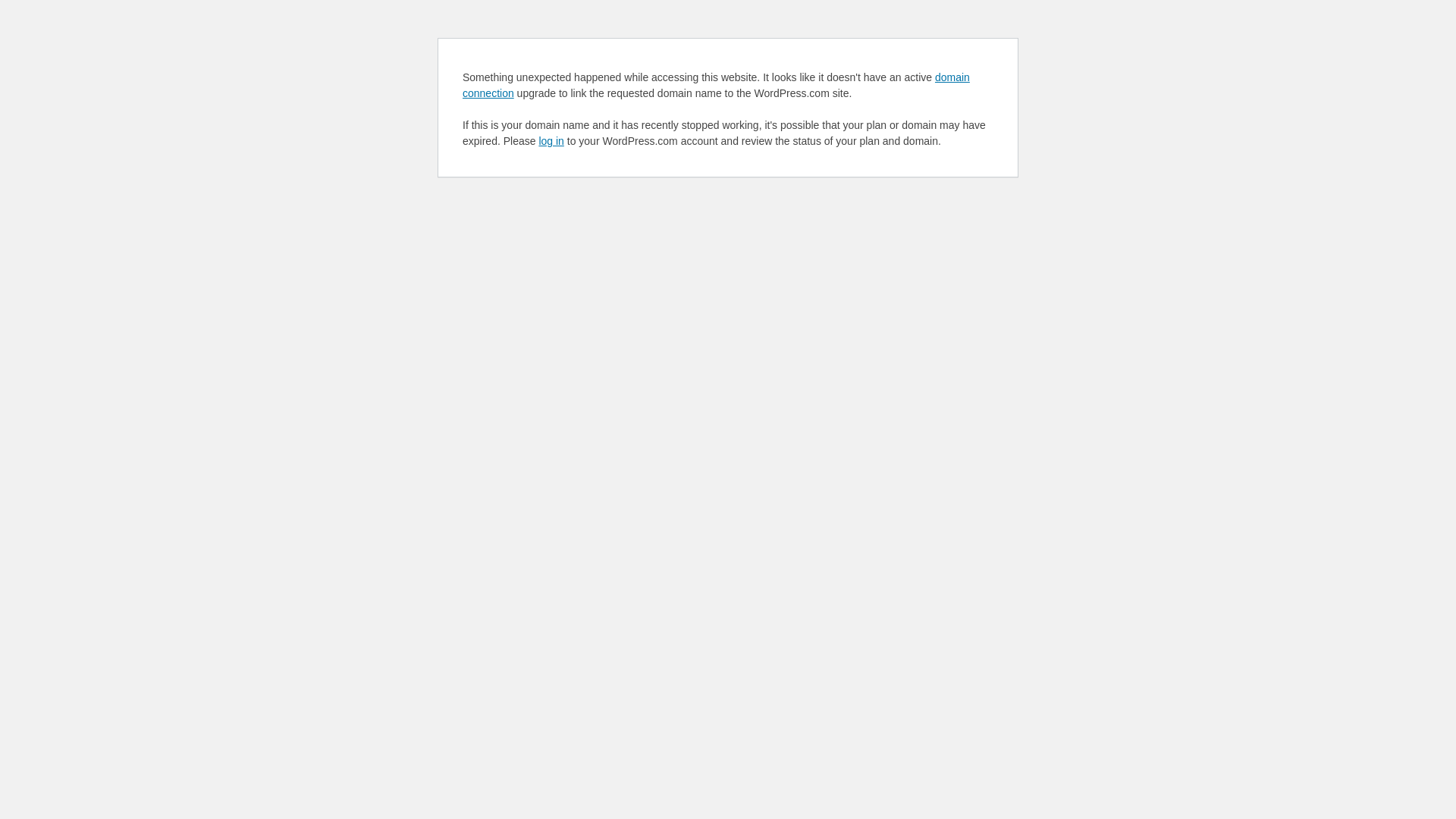 The image size is (1456, 819). I want to click on 'log in', so click(550, 140).